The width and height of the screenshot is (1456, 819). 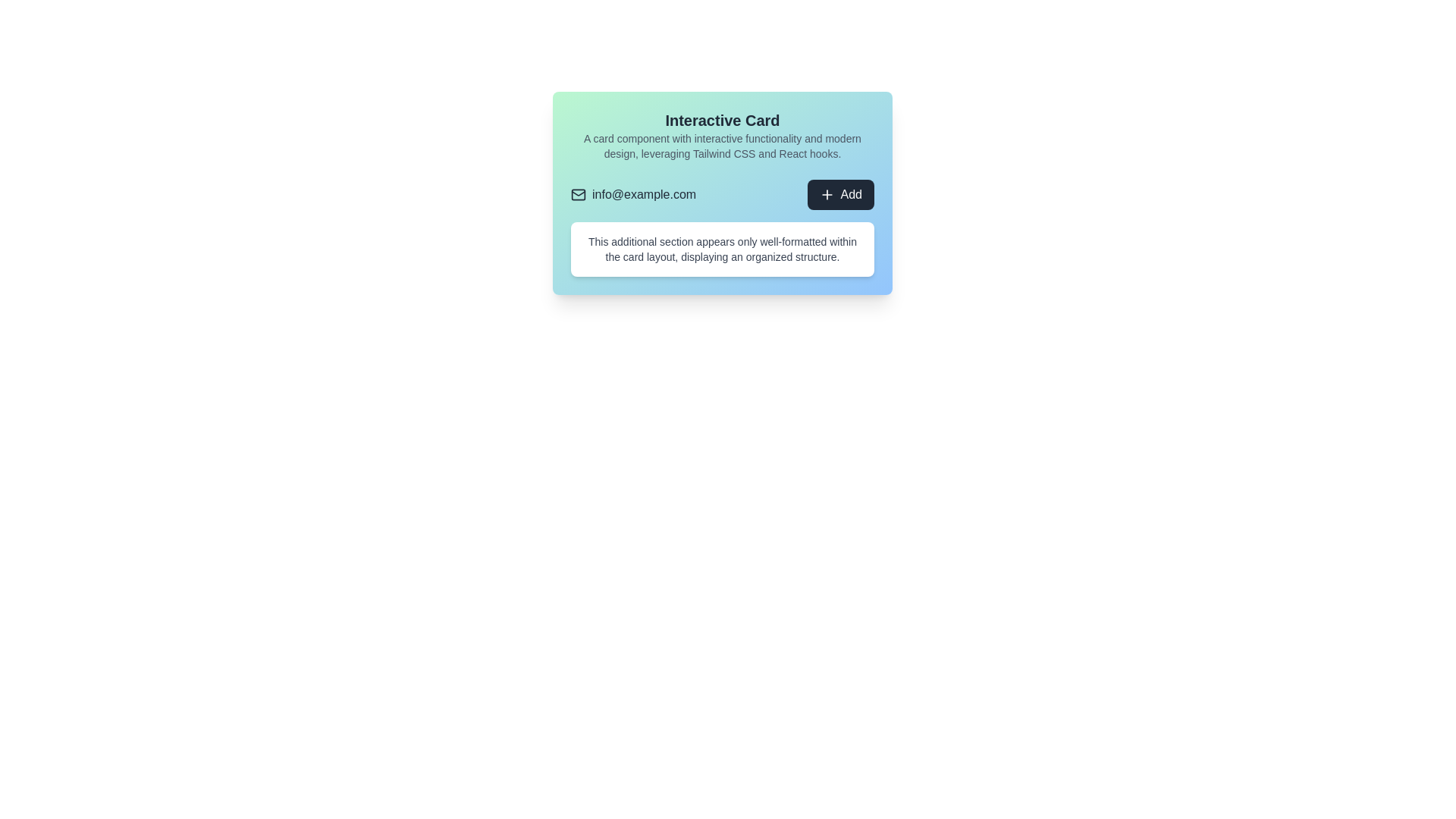 What do you see at coordinates (826, 194) in the screenshot?
I see `the appearance of the 'Add' icon located in the top-right area of the card, which visually represents the 'Add' action` at bounding box center [826, 194].